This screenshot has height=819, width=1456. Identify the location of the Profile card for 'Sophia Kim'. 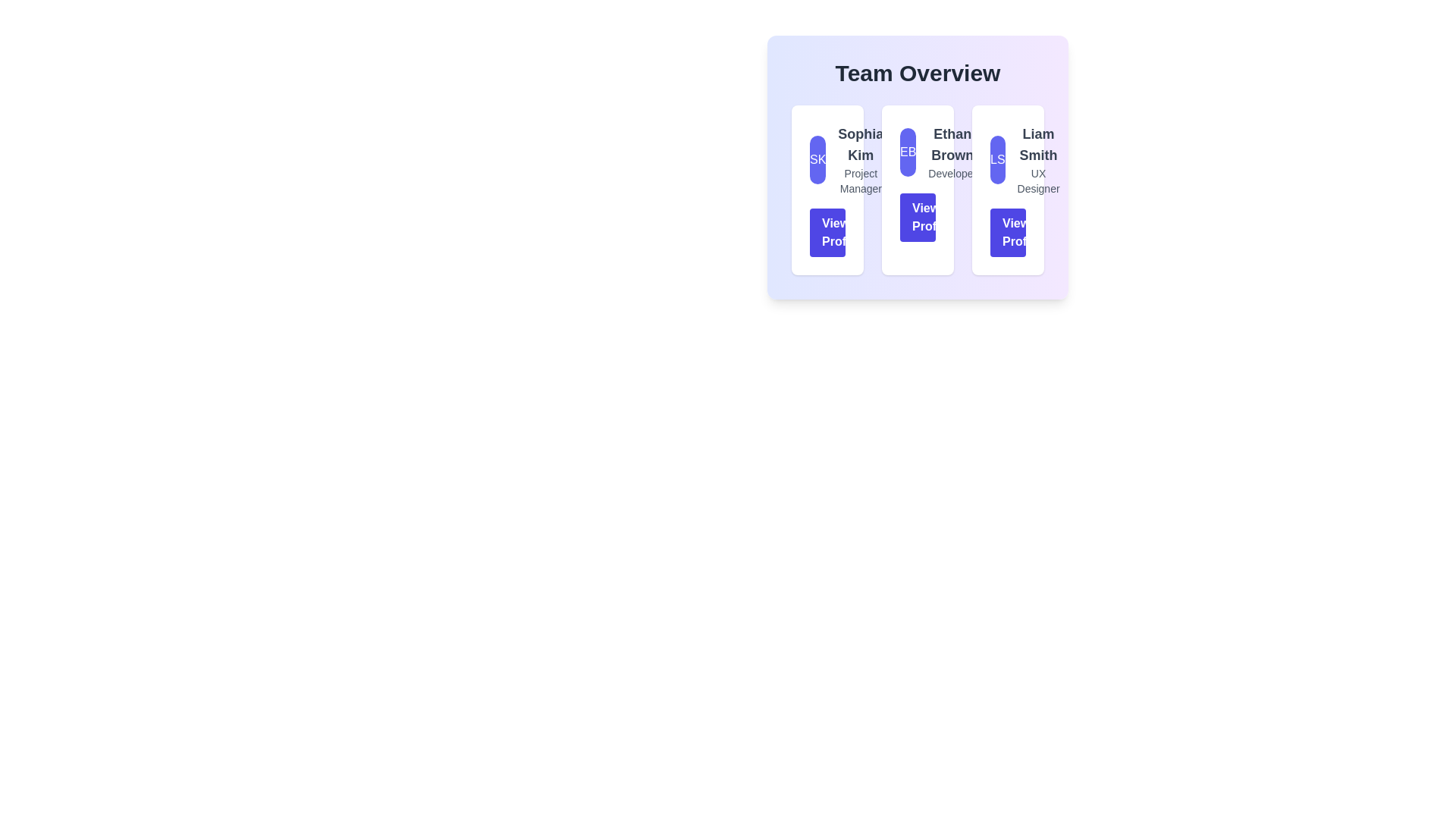
(827, 189).